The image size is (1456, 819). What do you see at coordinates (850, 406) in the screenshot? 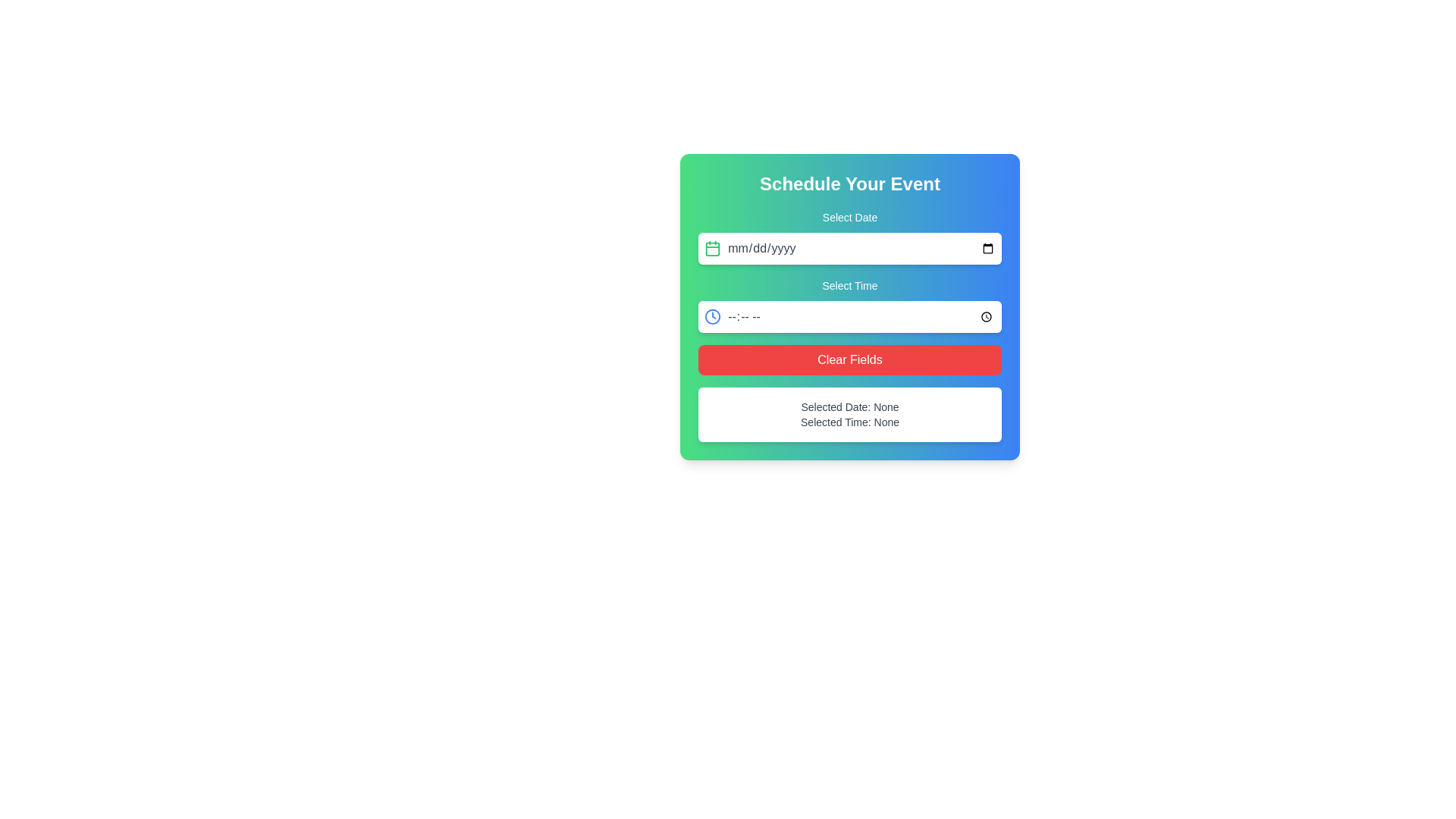
I see `the static text label displaying 'Selected Date: None', which is styled in gray and located within the event scheduling card beneath the 'Clear Fields' button` at bounding box center [850, 406].